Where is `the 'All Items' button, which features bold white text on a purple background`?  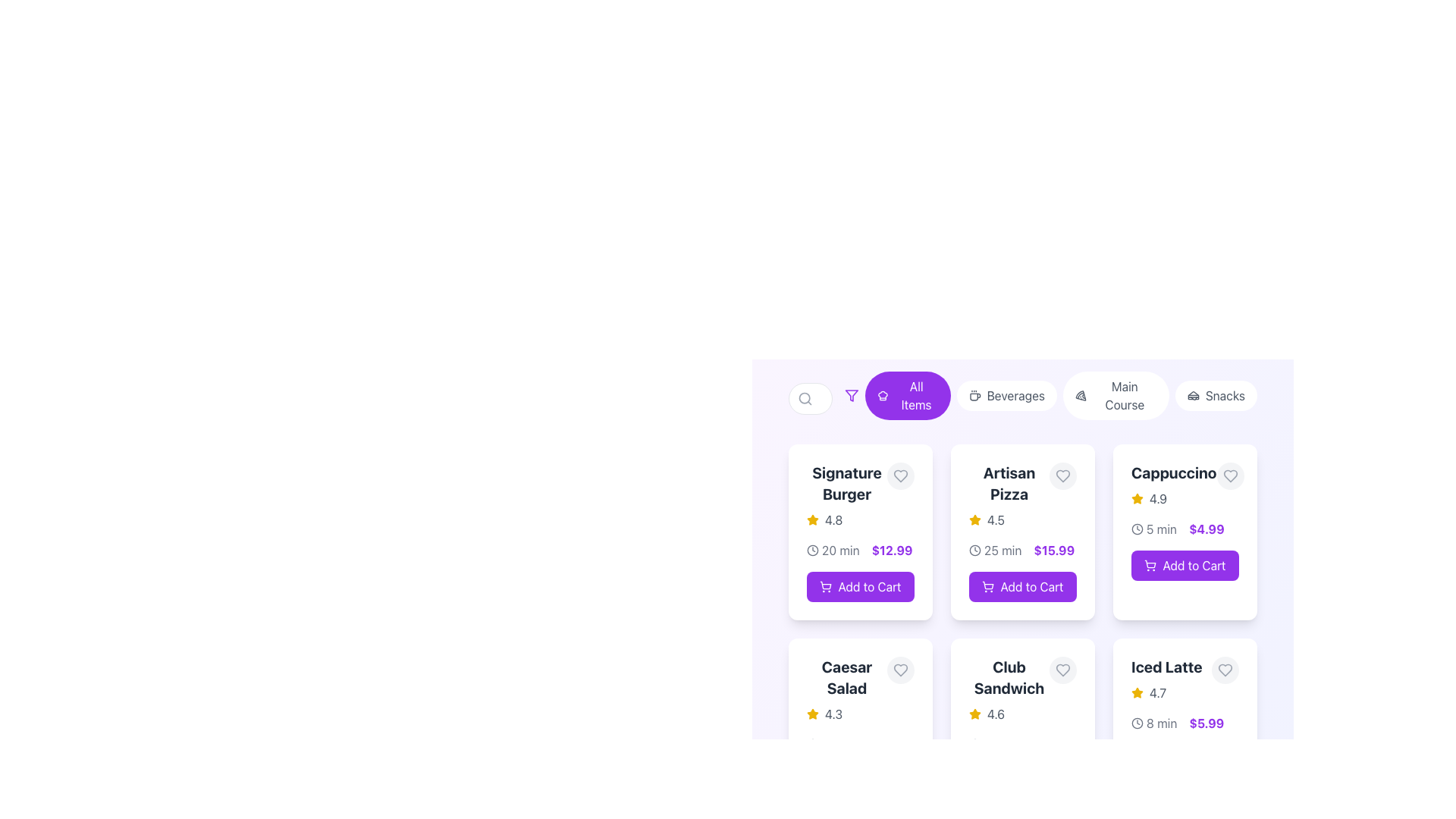 the 'All Items' button, which features bold white text on a purple background is located at coordinates (915, 394).